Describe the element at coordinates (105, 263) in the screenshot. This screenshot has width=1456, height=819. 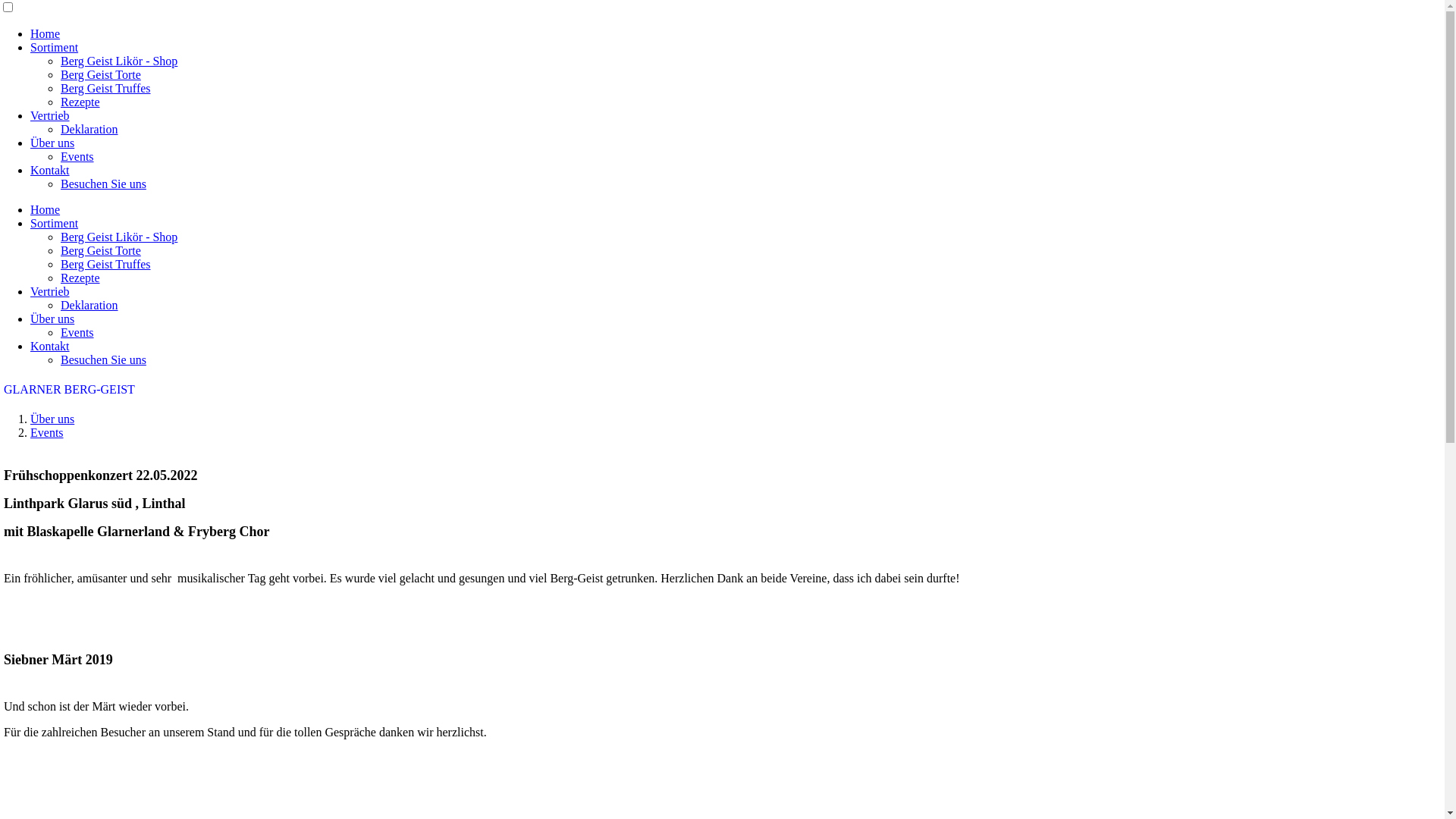
I see `'Berg Geist Truffes'` at that location.